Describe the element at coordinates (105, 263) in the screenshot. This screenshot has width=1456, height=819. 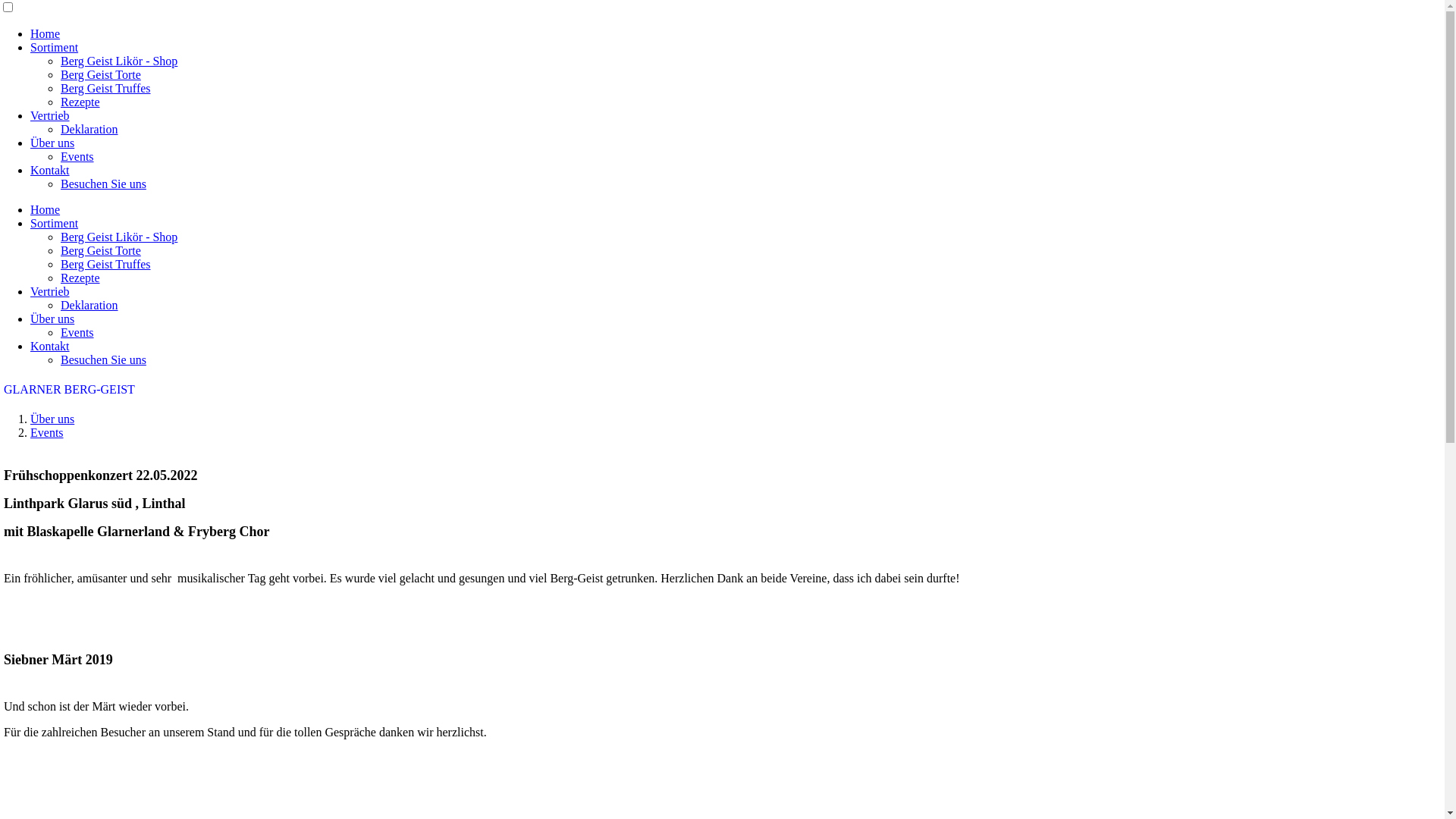
I see `'Berg Geist Truffes'` at that location.